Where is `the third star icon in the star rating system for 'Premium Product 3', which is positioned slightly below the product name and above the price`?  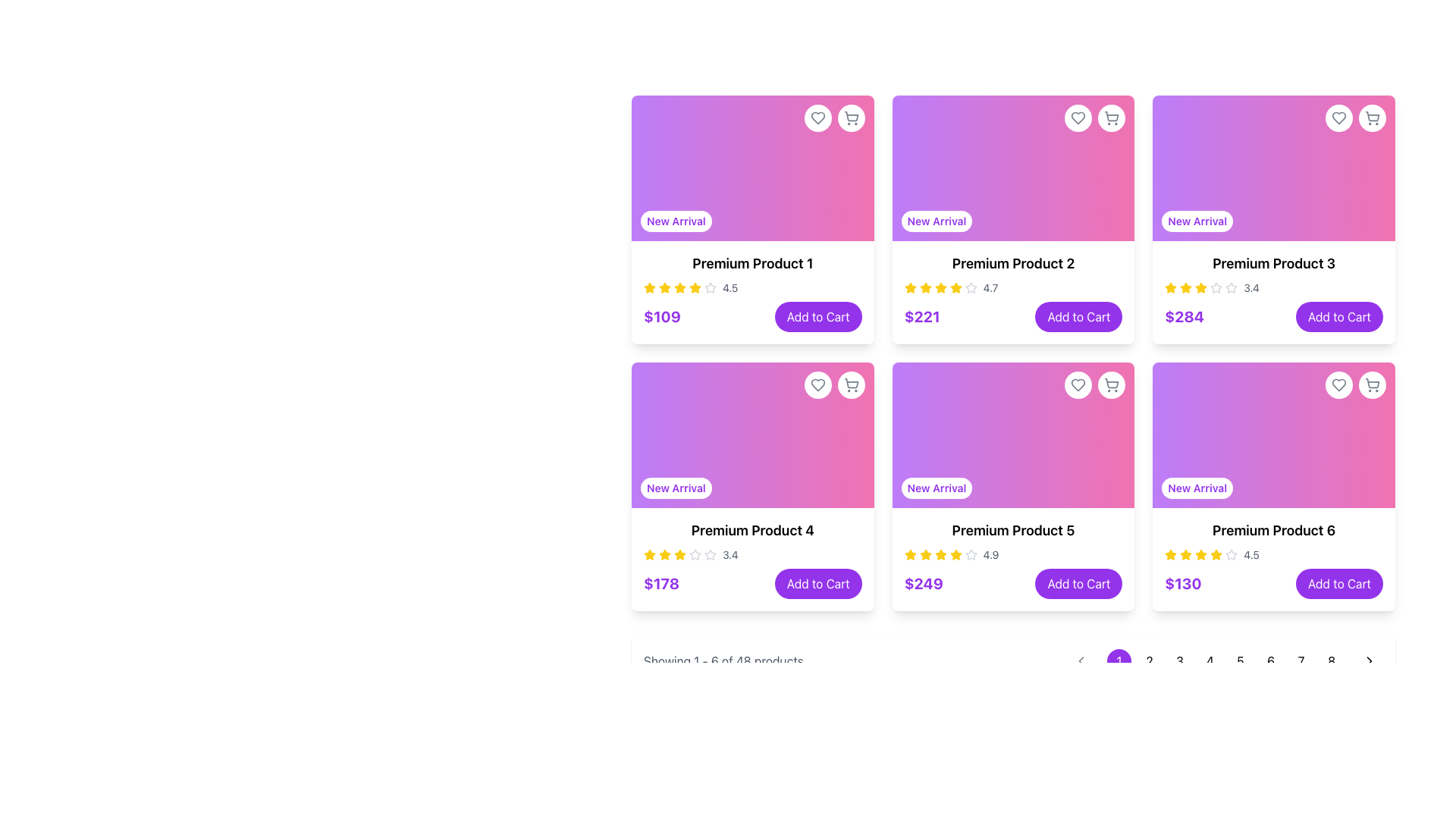
the third star icon in the star rating system for 'Premium Product 3', which is positioned slightly below the product name and above the price is located at coordinates (1232, 287).